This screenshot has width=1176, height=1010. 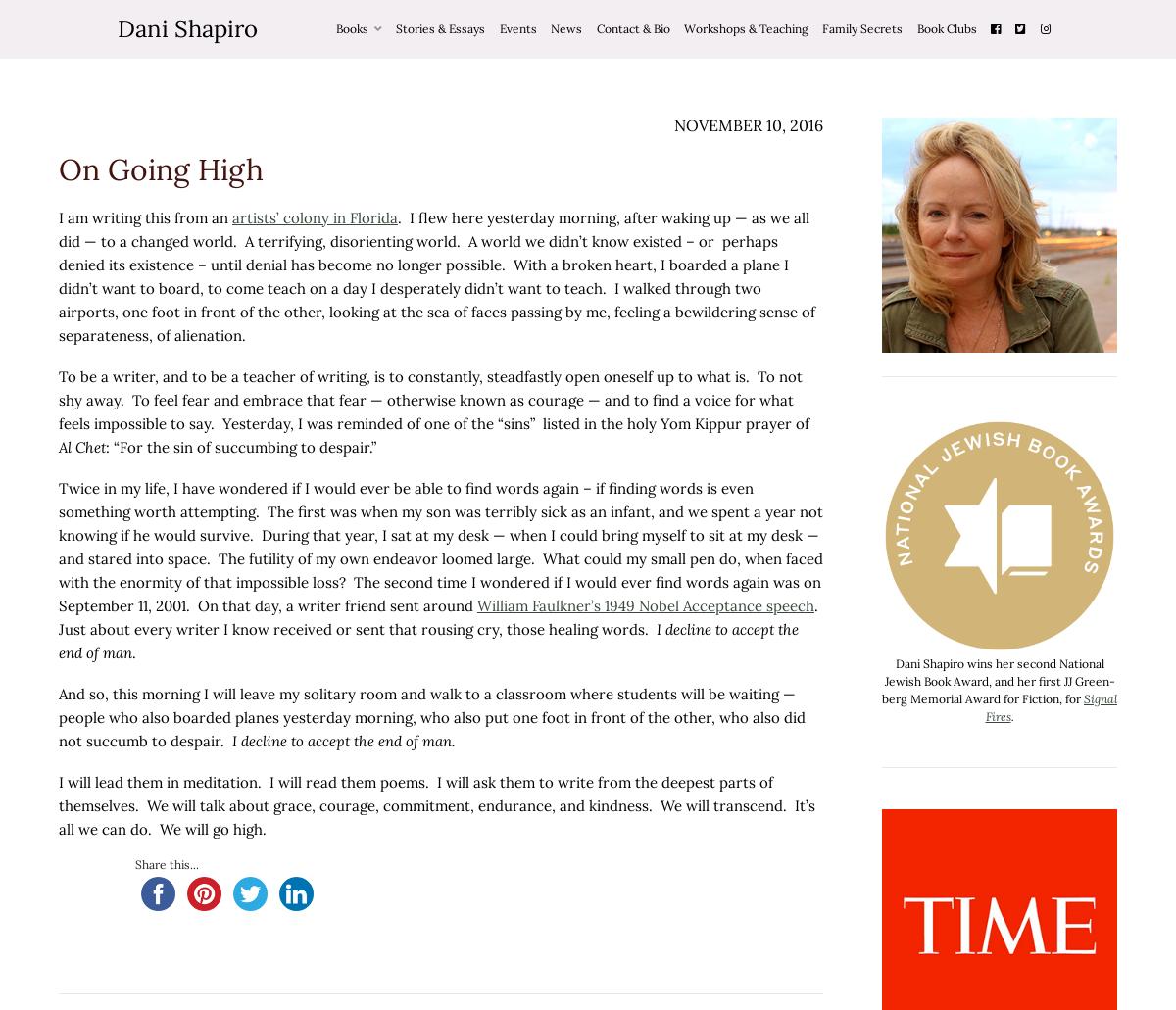 What do you see at coordinates (315, 217) in the screenshot?
I see `'artists’ colony in Florida'` at bounding box center [315, 217].